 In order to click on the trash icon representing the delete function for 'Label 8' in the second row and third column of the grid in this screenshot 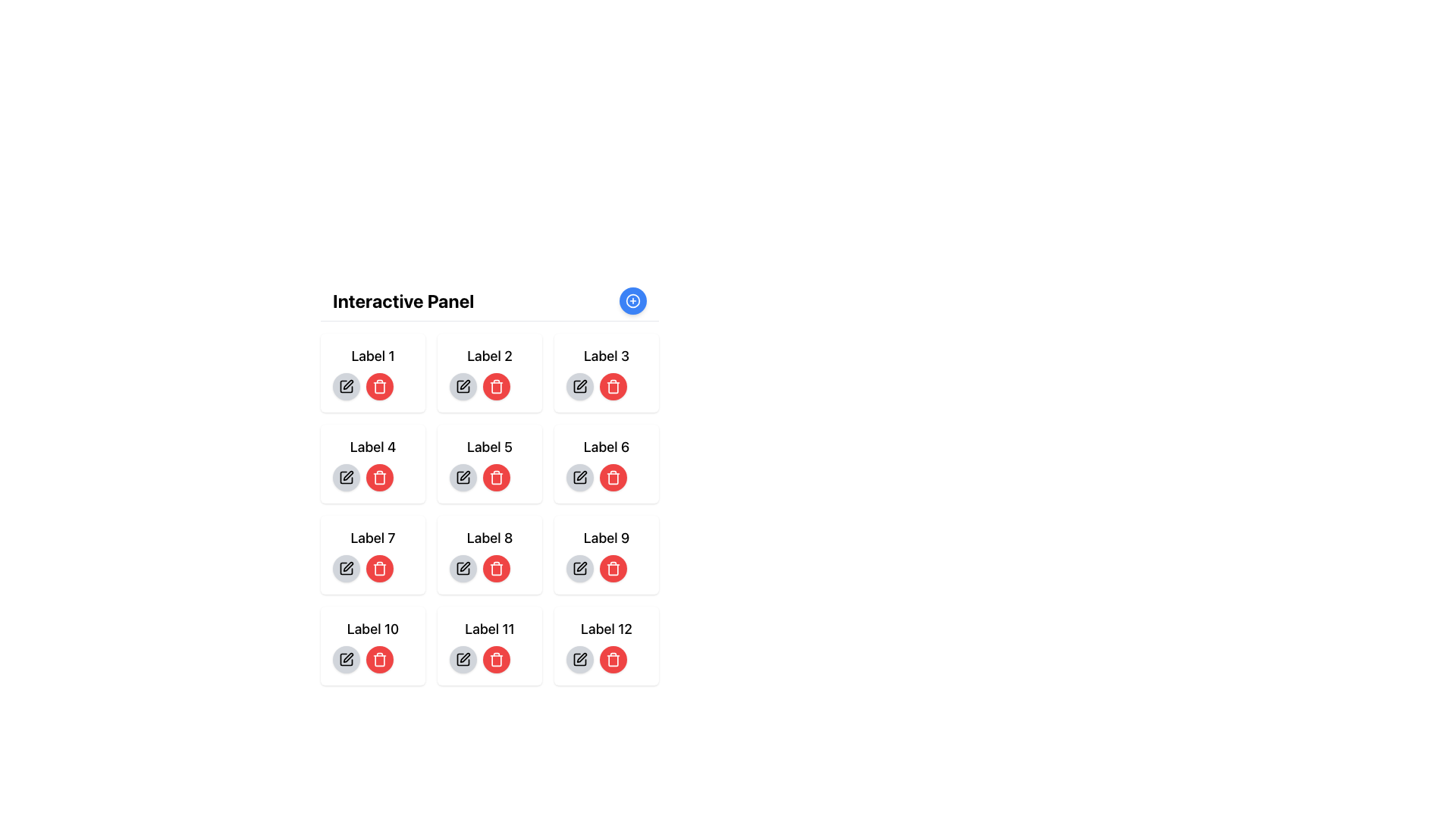, I will do `click(496, 570)`.